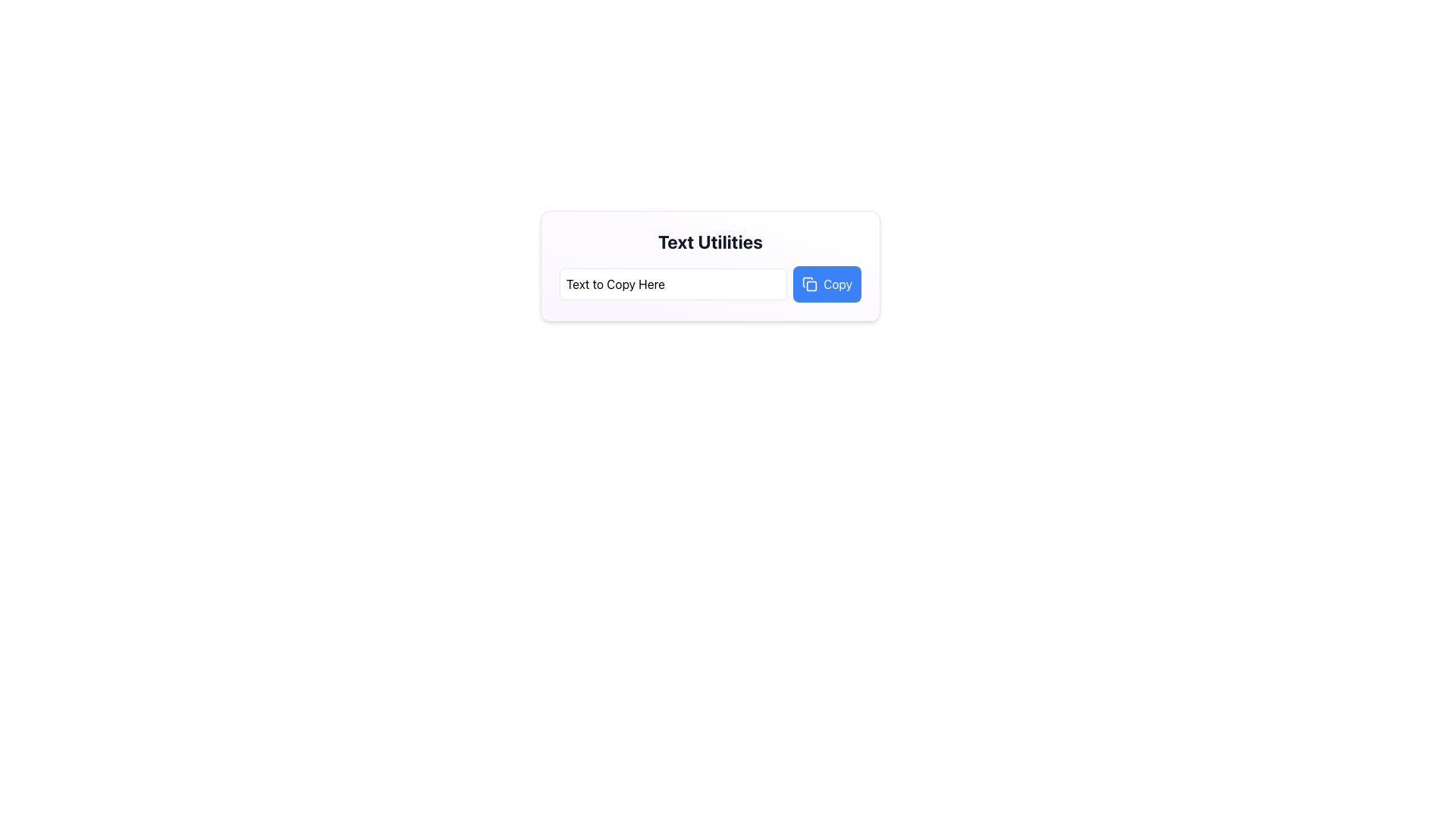 This screenshot has width=1456, height=819. What do you see at coordinates (826, 284) in the screenshot?
I see `the 'Copy' button with a blue background and clipboard icon` at bounding box center [826, 284].